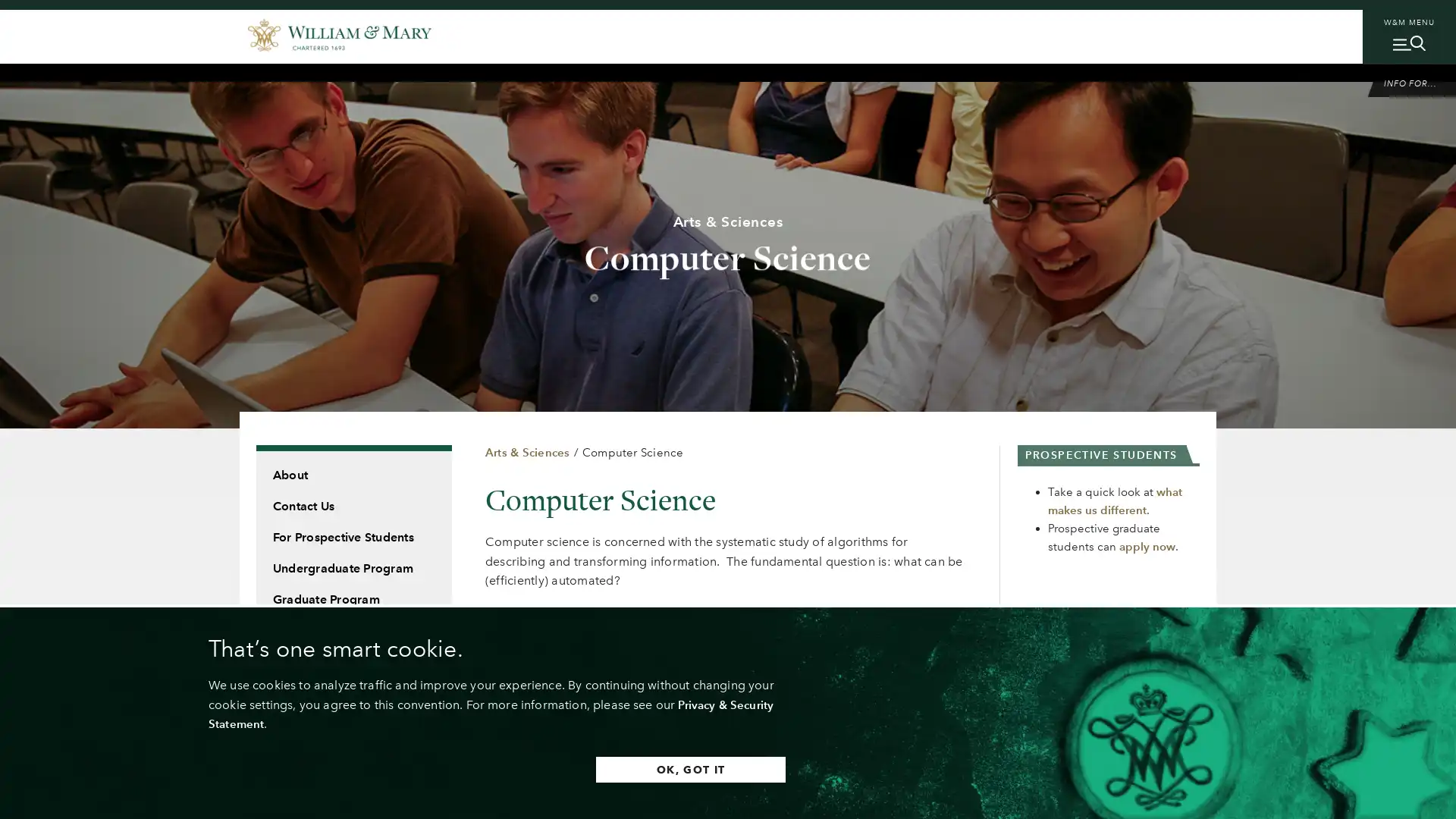 The height and width of the screenshot is (819, 1456). Describe the element at coordinates (674, 769) in the screenshot. I see `OK, GOT IT` at that location.